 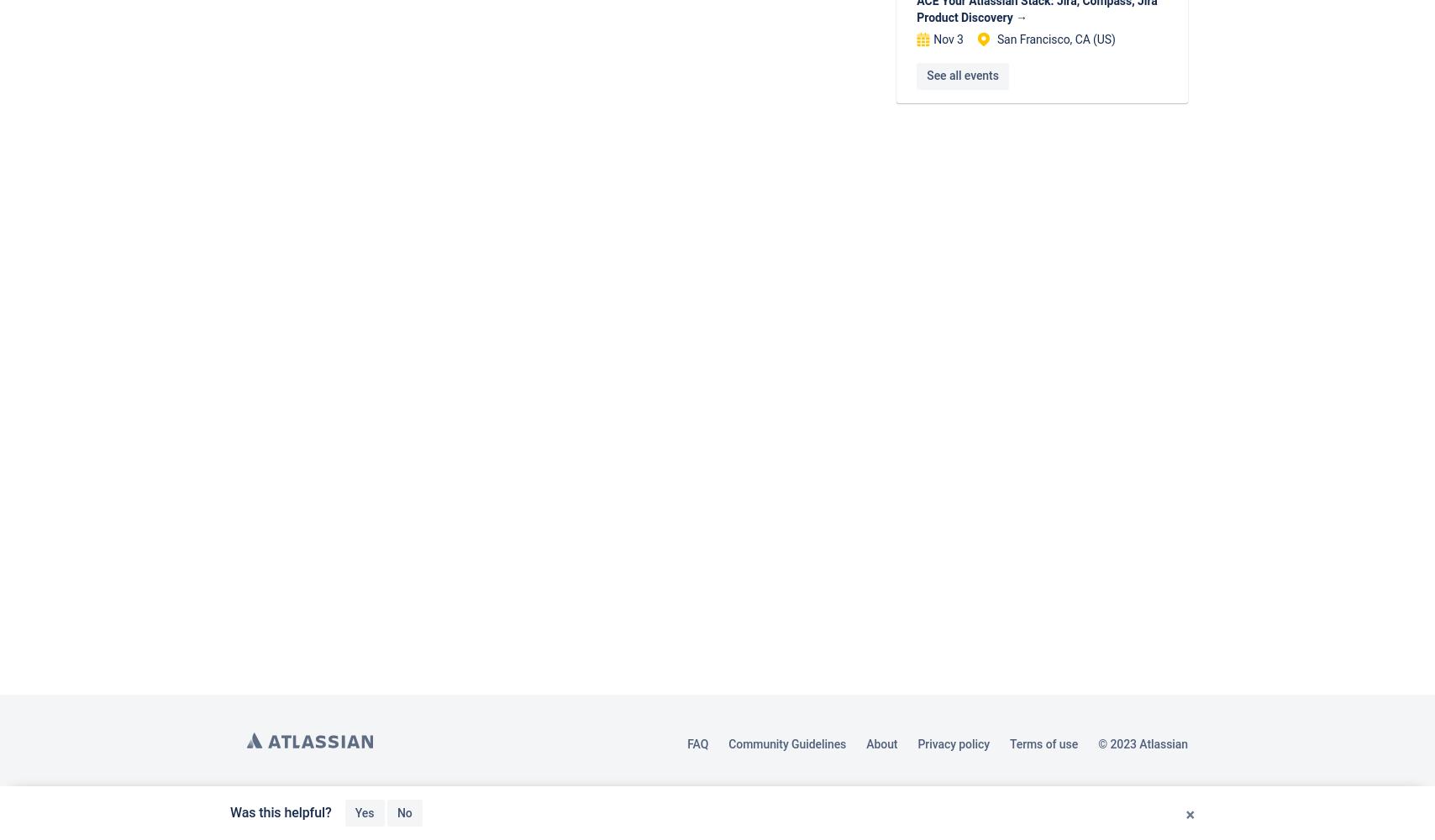 I want to click on 'San Francisco, CA (US)', so click(x=1055, y=39).